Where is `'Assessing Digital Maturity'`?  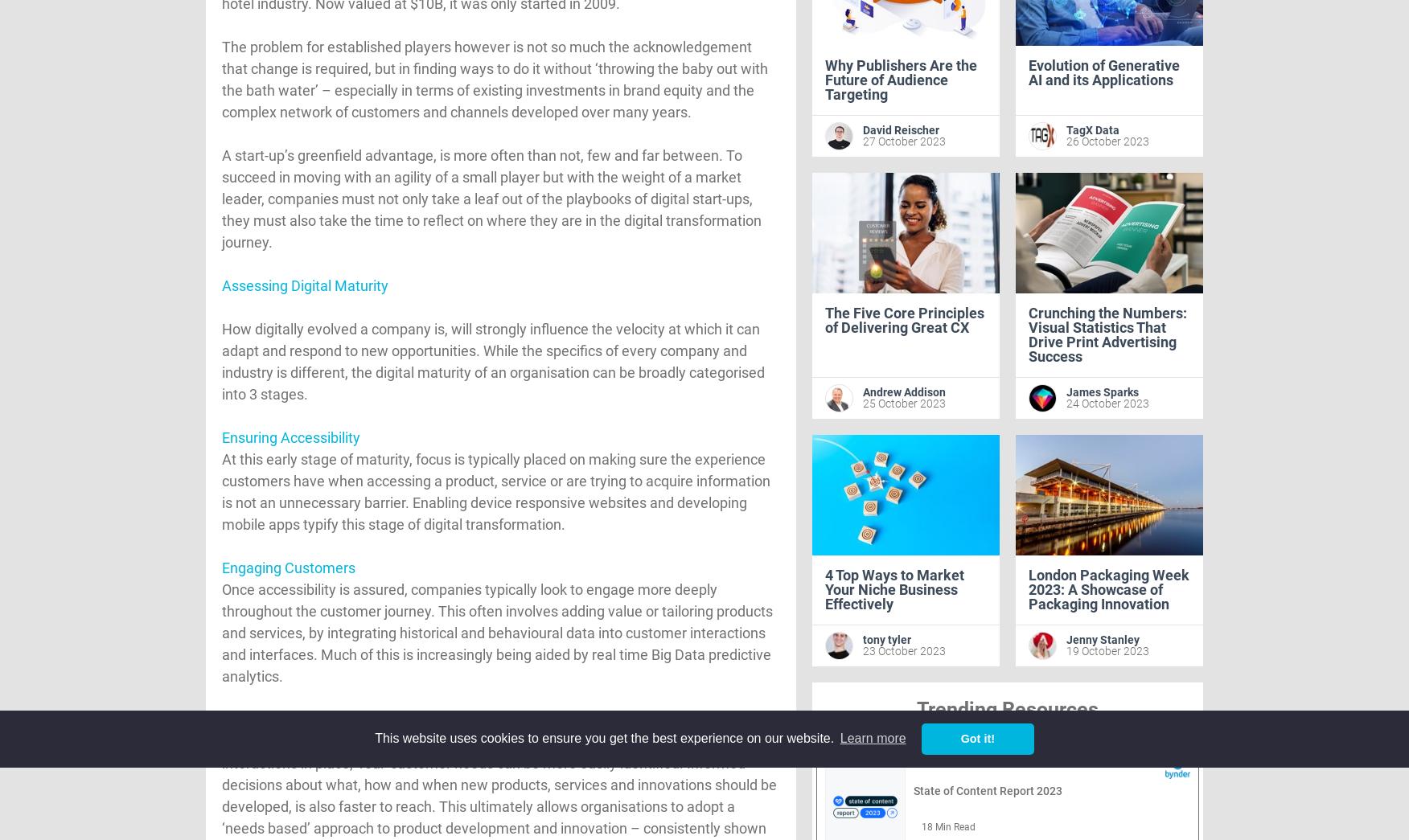 'Assessing Digital Maturity' is located at coordinates (304, 285).